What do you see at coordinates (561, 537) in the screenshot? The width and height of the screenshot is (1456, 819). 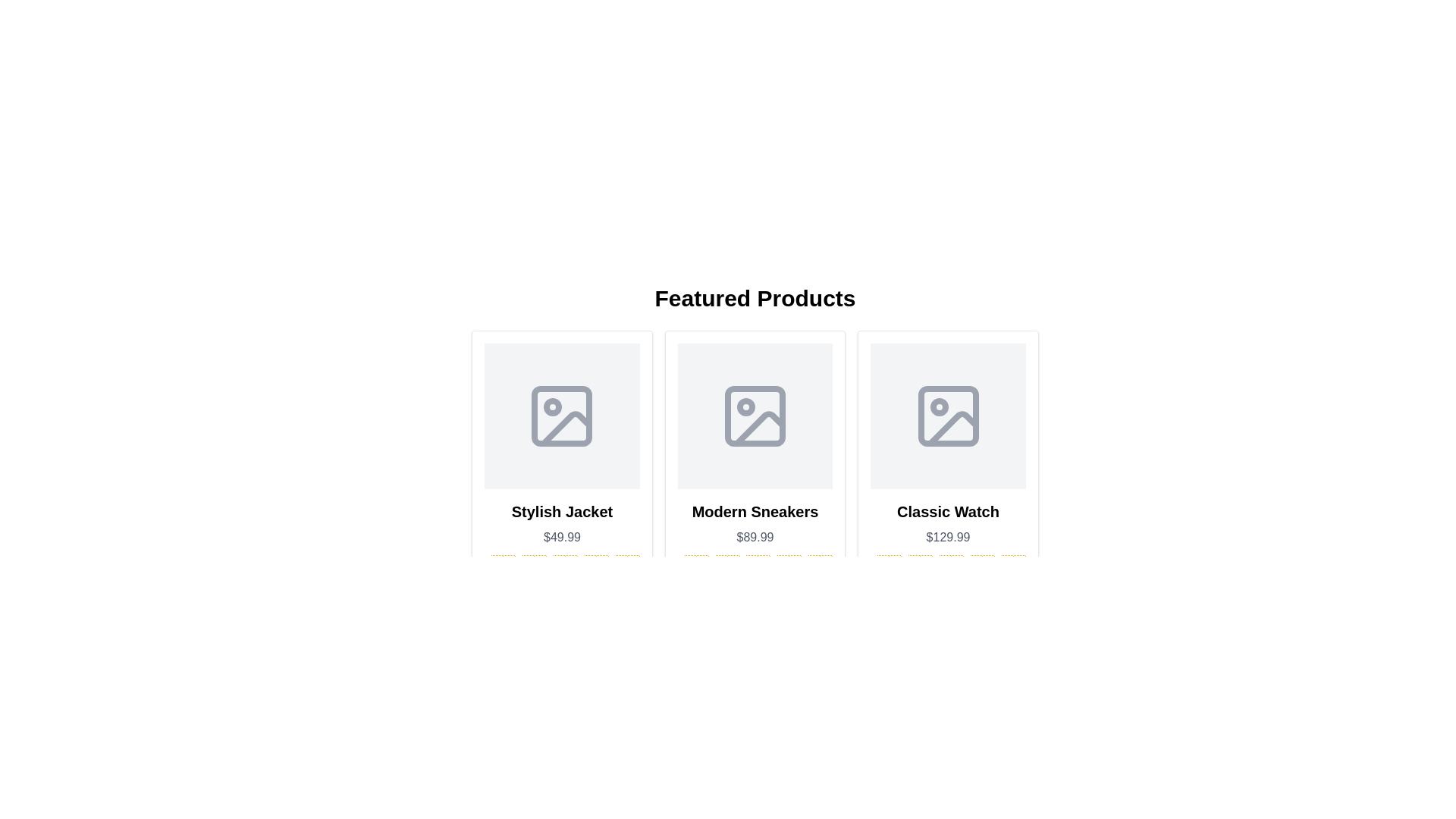 I see `the text displaying the price '$49.99' in gray color, located directly below the heading 'Stylish Jacket' in the first product card` at bounding box center [561, 537].